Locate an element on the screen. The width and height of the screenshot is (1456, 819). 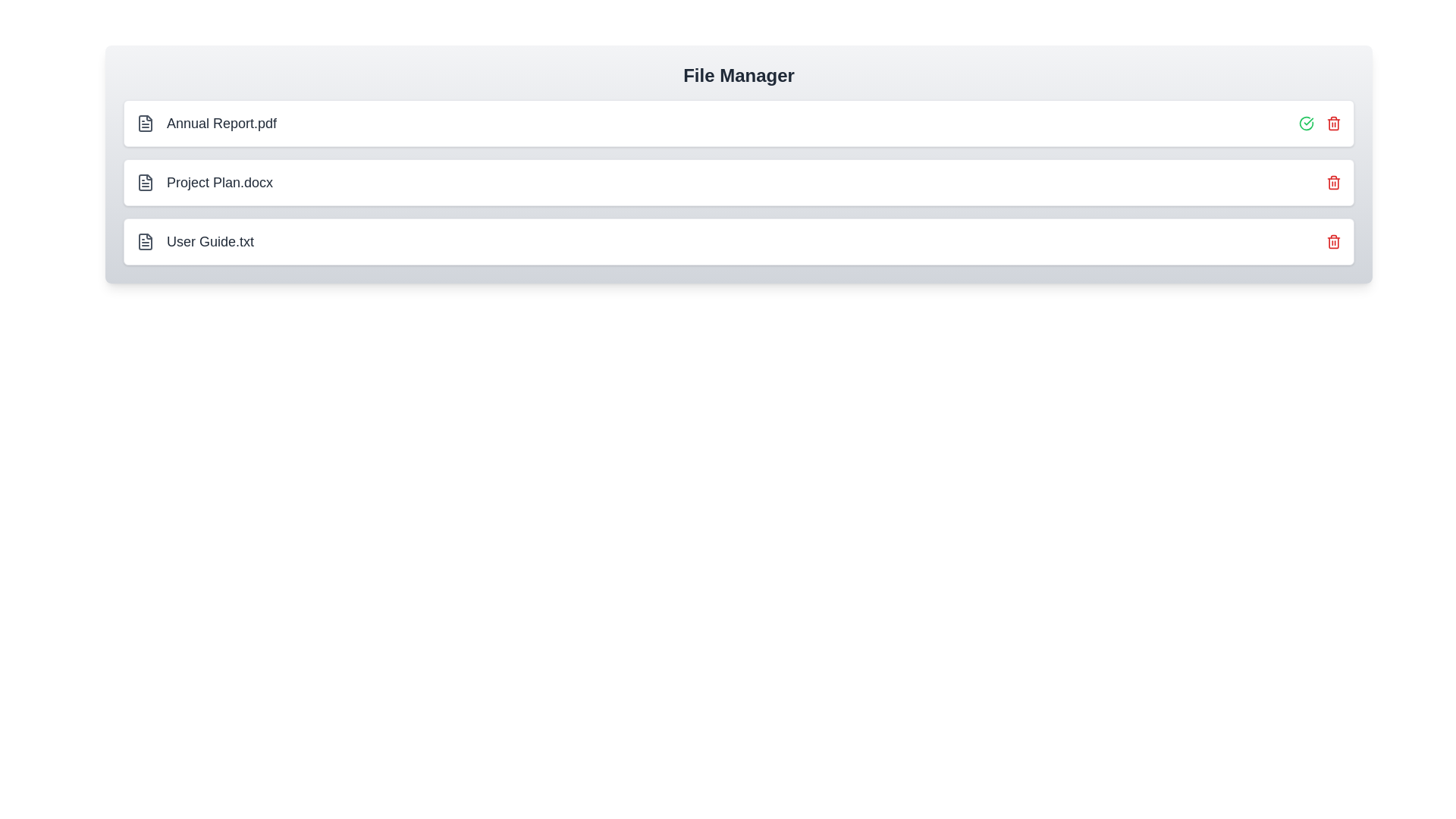
the text label for the first file is located at coordinates (221, 122).